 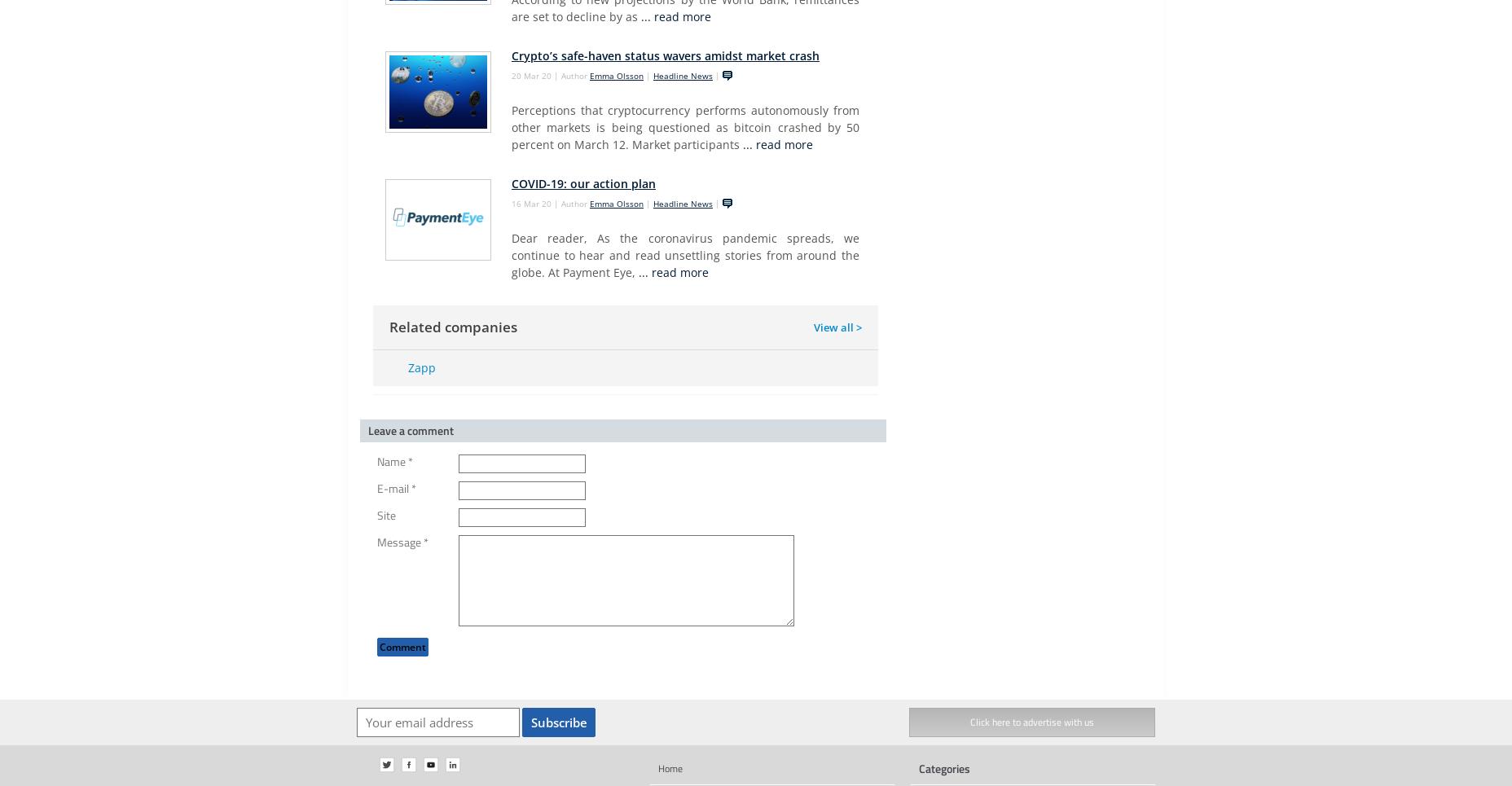 I want to click on 'Related companies', so click(x=388, y=326).